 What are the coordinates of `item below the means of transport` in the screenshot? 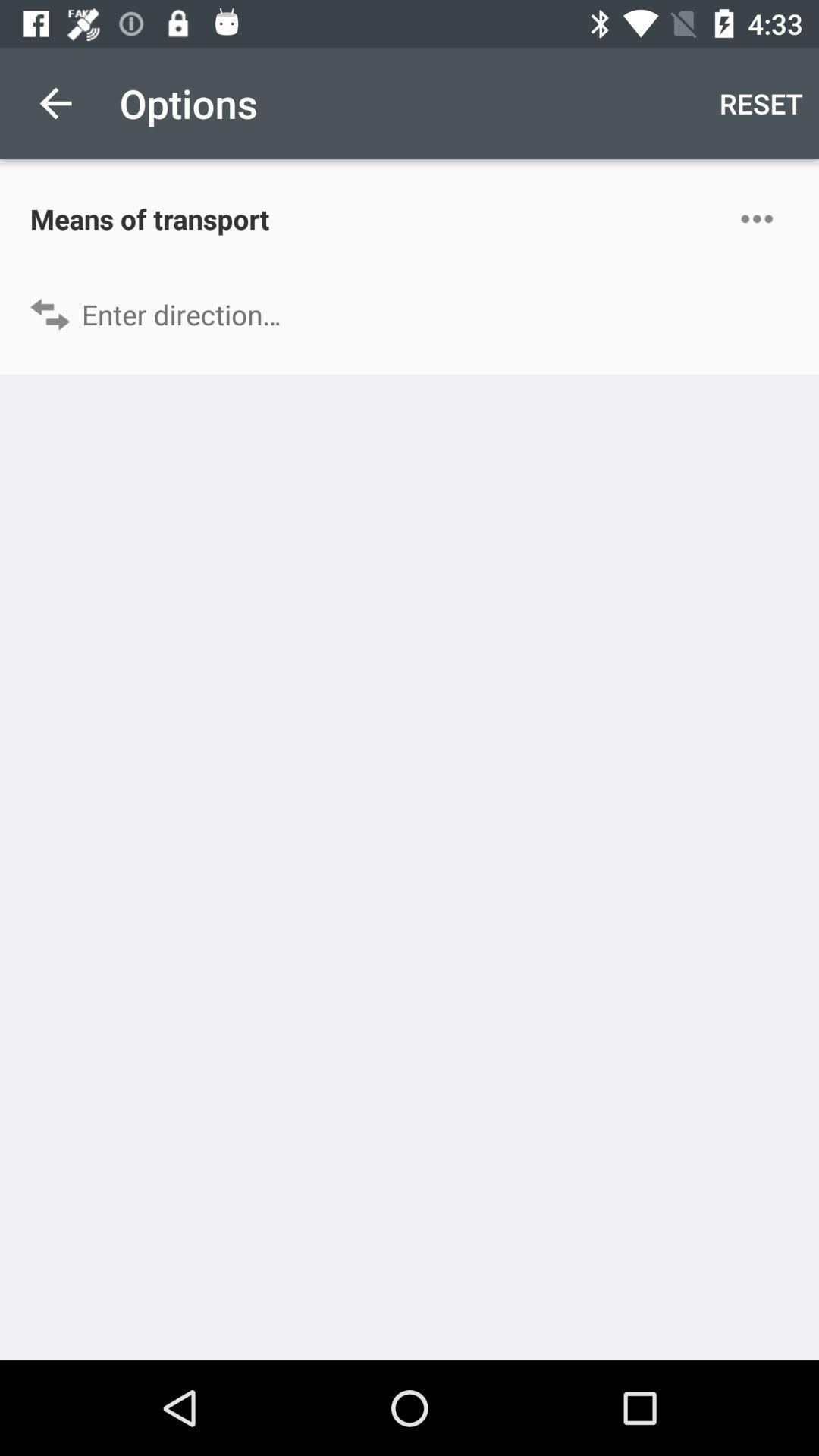 It's located at (409, 313).